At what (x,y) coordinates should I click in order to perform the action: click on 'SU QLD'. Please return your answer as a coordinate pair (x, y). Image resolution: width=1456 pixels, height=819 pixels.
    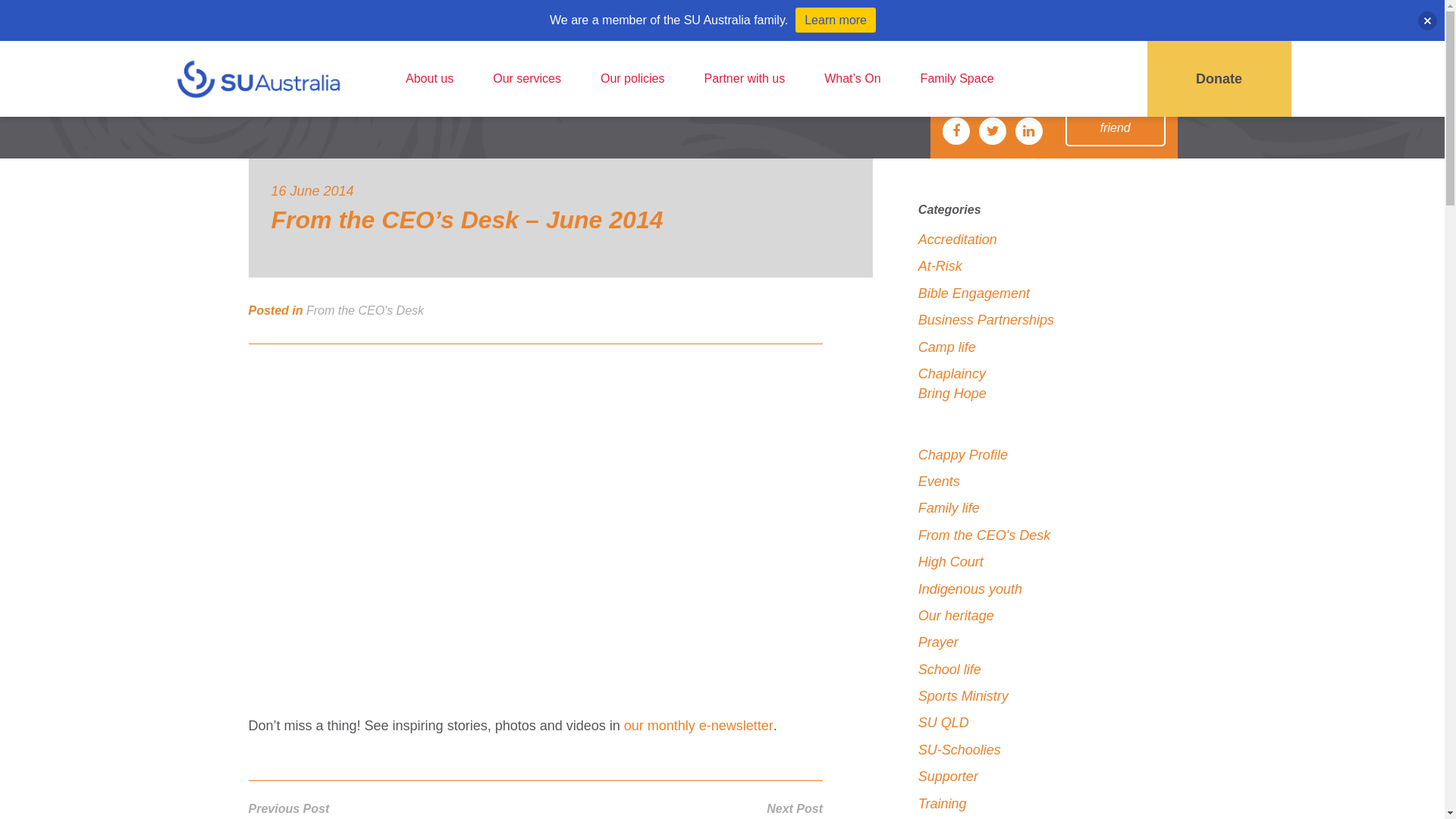
    Looking at the image, I should click on (943, 721).